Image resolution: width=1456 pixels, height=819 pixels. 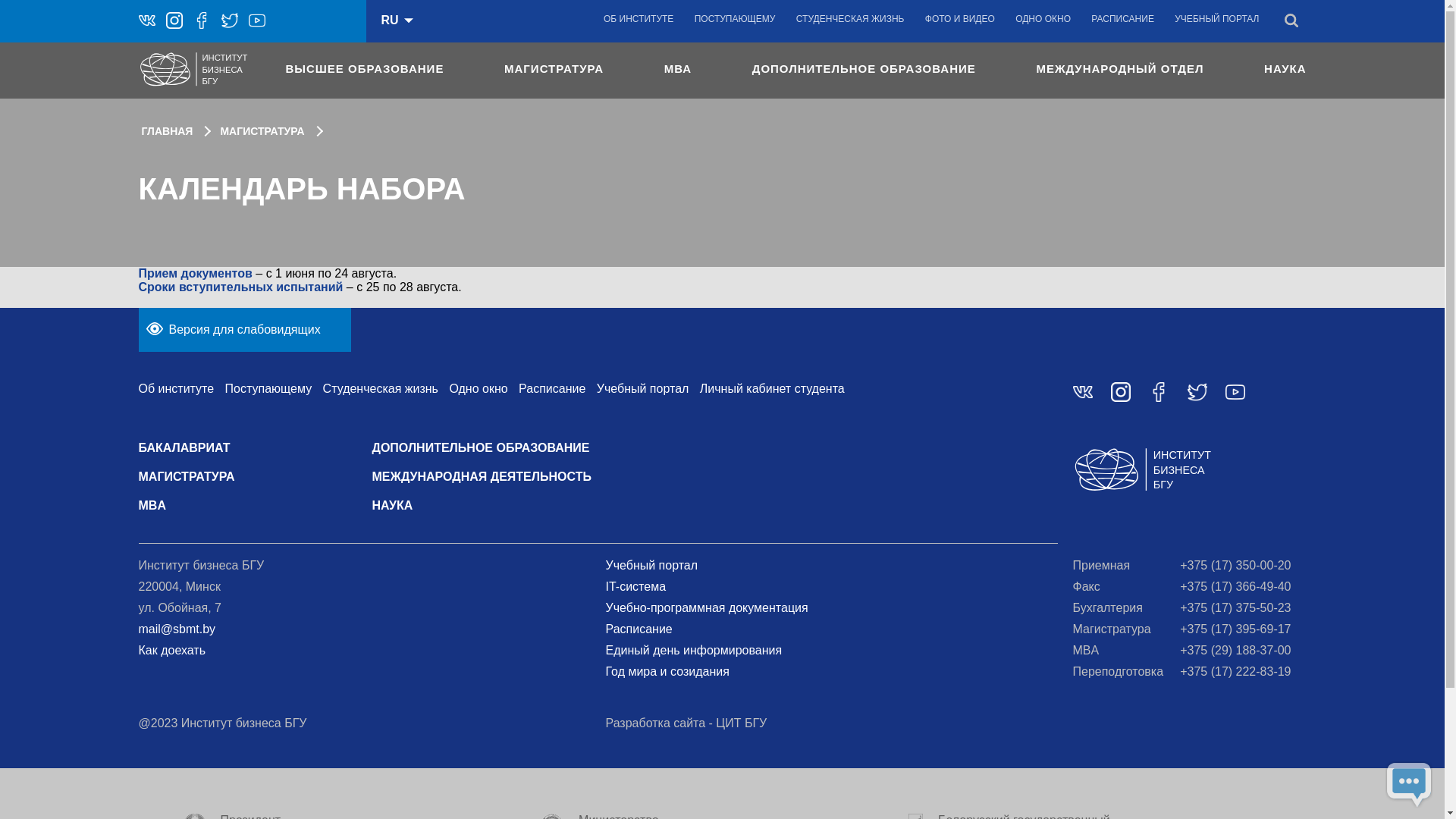 What do you see at coordinates (177, 629) in the screenshot?
I see `'mail@sbmt.by'` at bounding box center [177, 629].